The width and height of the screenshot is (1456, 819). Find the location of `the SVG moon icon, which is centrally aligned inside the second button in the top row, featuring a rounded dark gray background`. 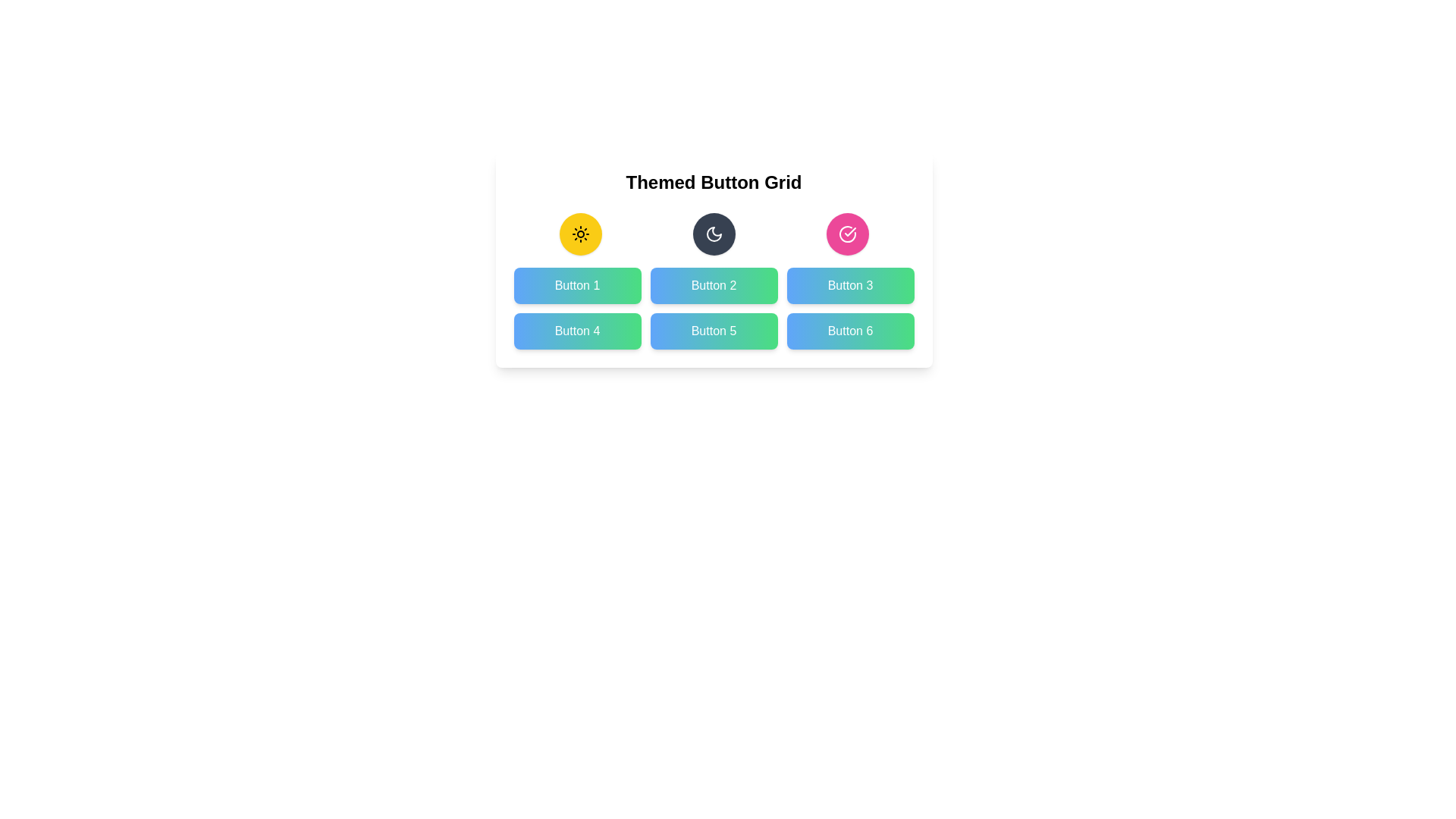

the SVG moon icon, which is centrally aligned inside the second button in the top row, featuring a rounded dark gray background is located at coordinates (713, 234).